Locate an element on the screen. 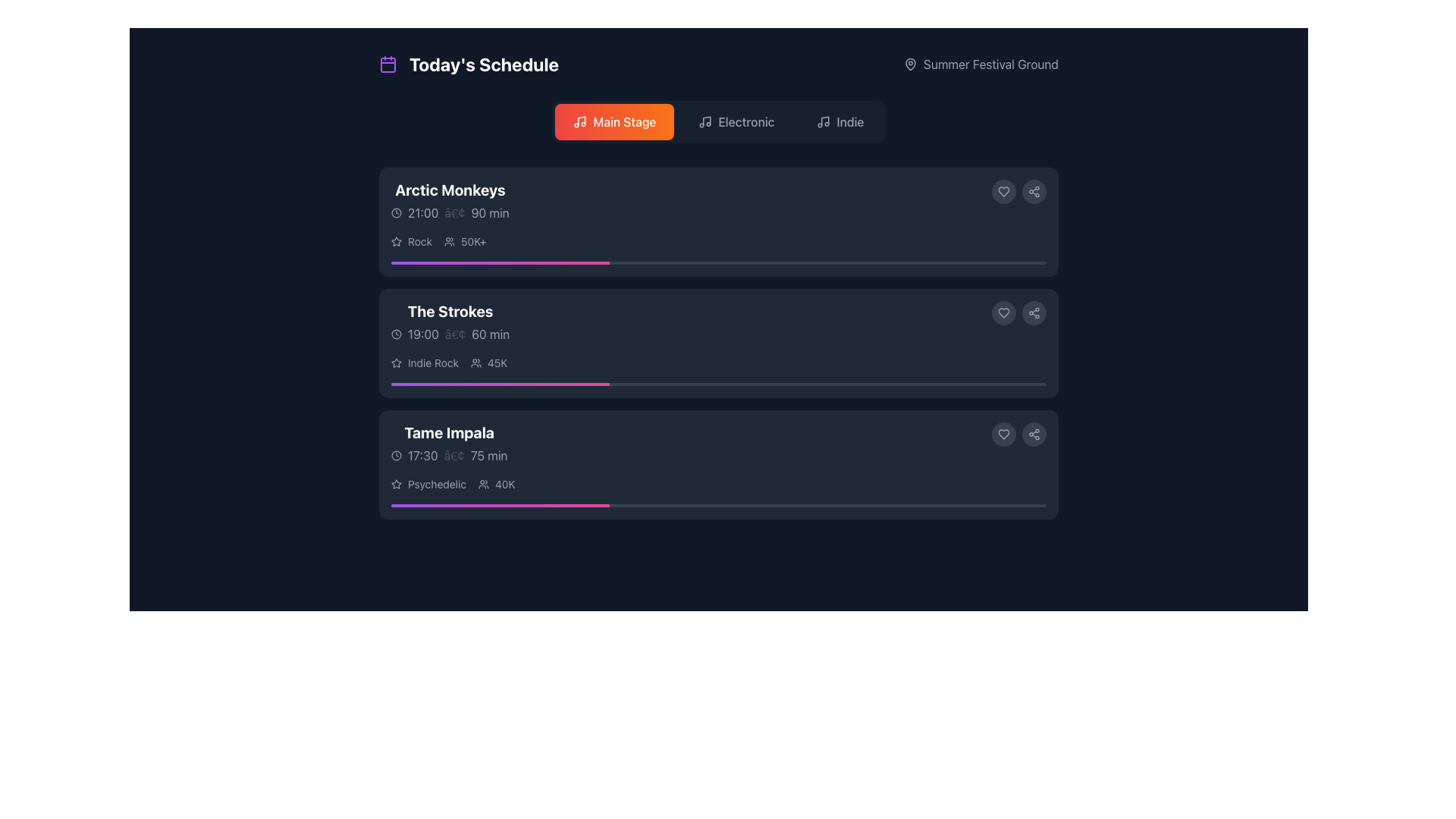 The image size is (1456, 819). the share icon button located in the top-right corner of the Arctic Monkeys event card to share the content is located at coordinates (1033, 191).